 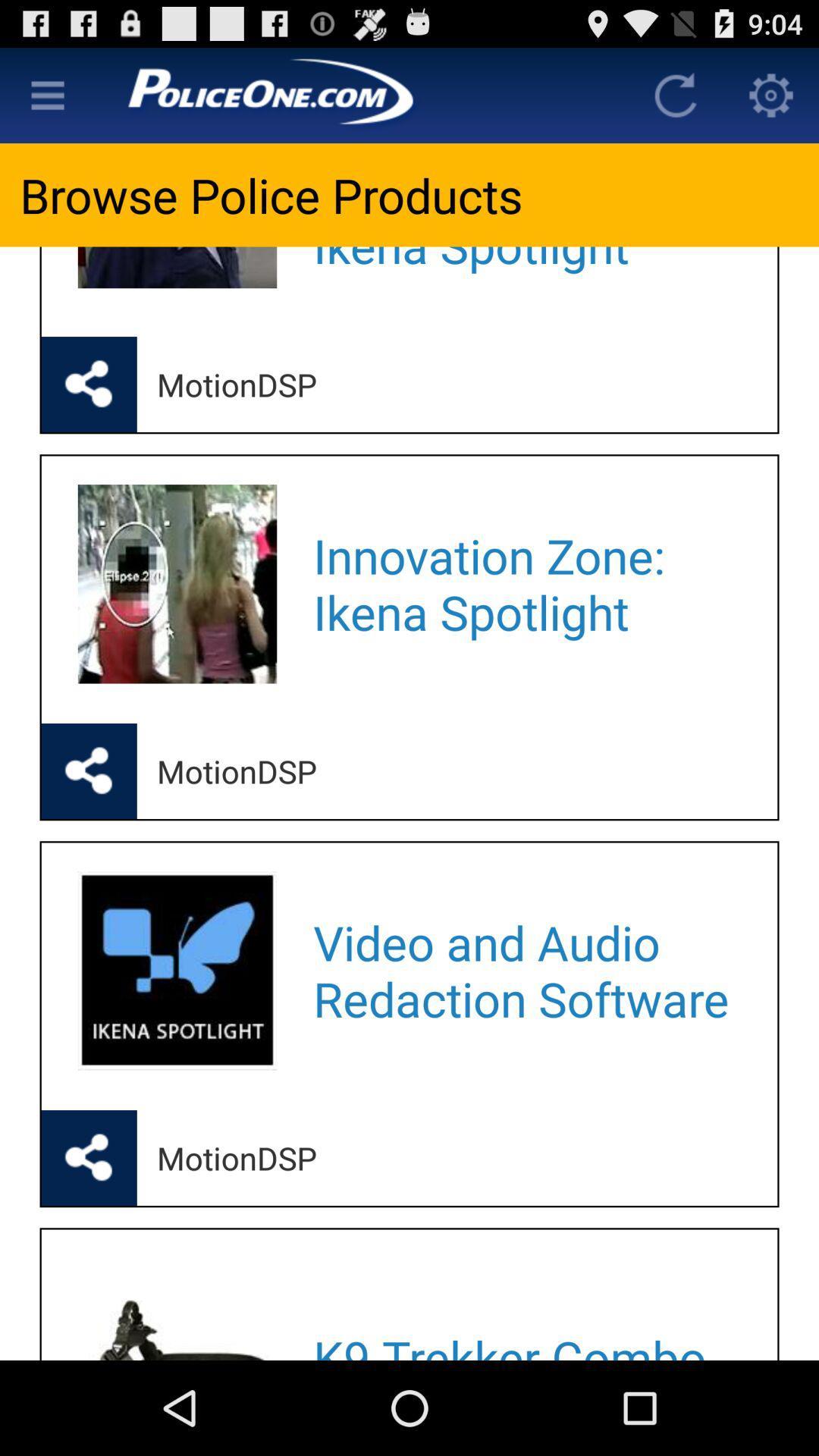 What do you see at coordinates (675, 94) in the screenshot?
I see `refersh the page` at bounding box center [675, 94].